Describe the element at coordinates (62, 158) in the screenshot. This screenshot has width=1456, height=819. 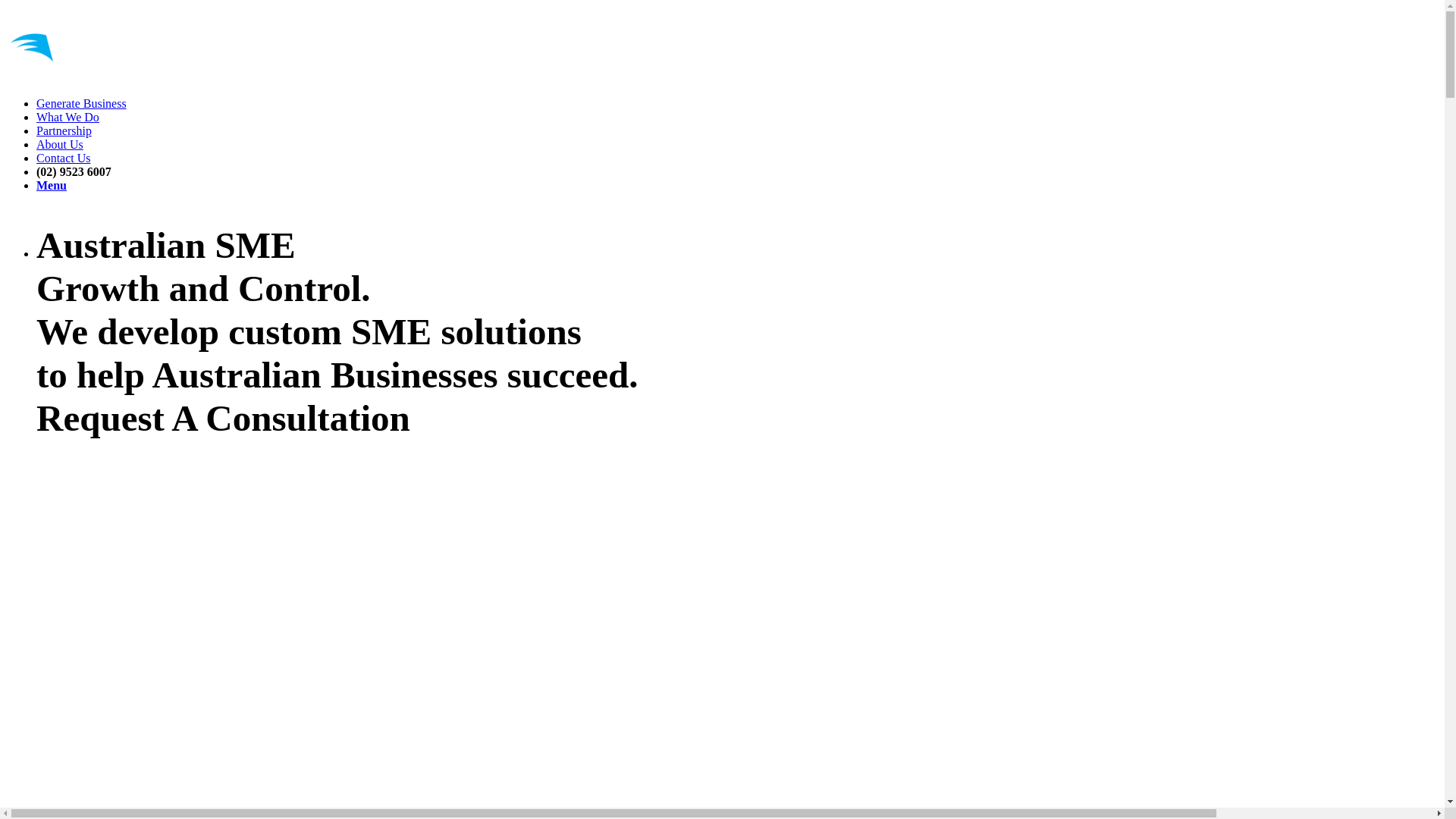
I see `'Contact Us'` at that location.